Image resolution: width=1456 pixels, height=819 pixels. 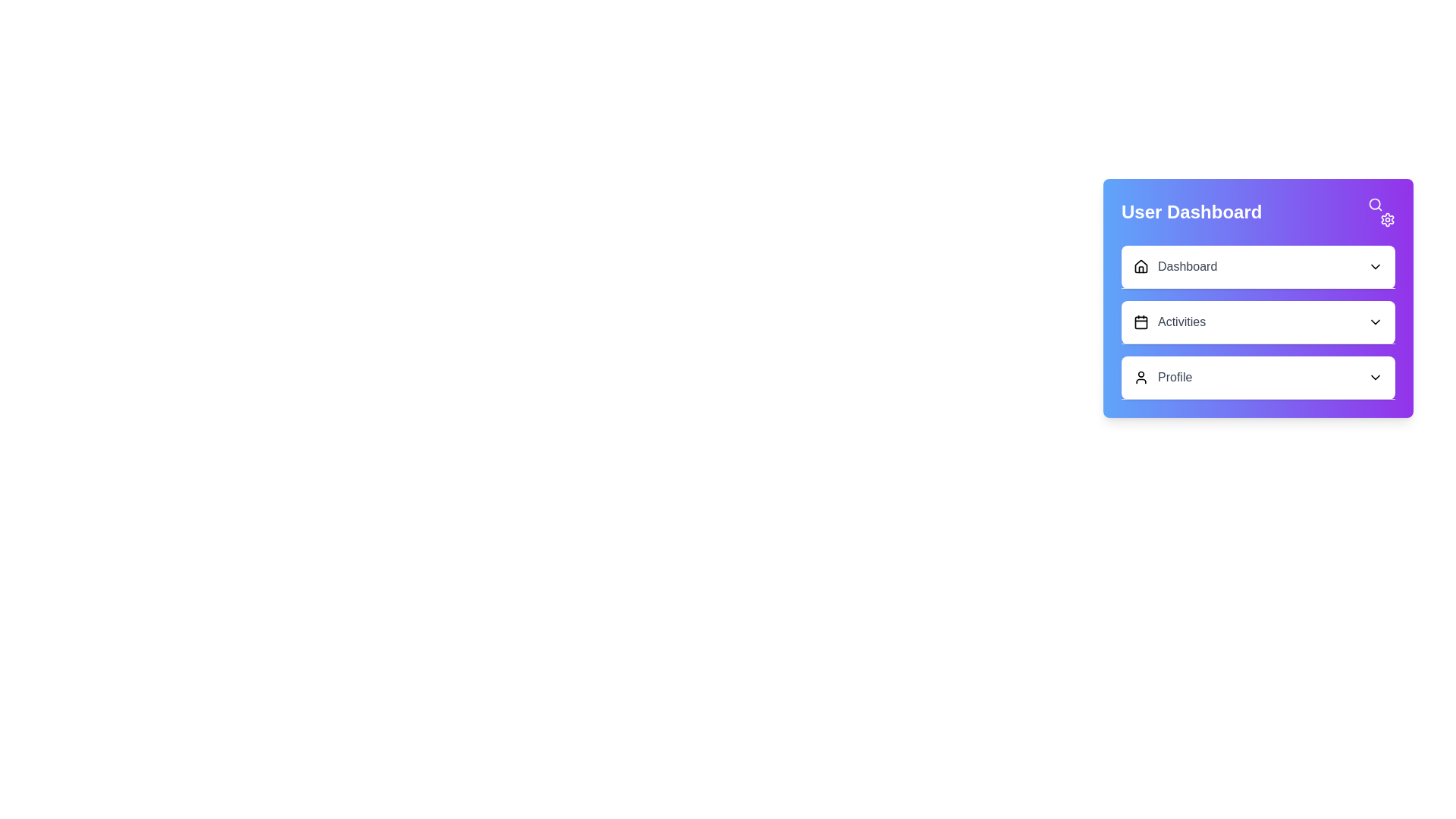 What do you see at coordinates (1174, 376) in the screenshot?
I see `the text label describing the user profile option located in the third row of the vertical list, immediately to the right of the user icon` at bounding box center [1174, 376].